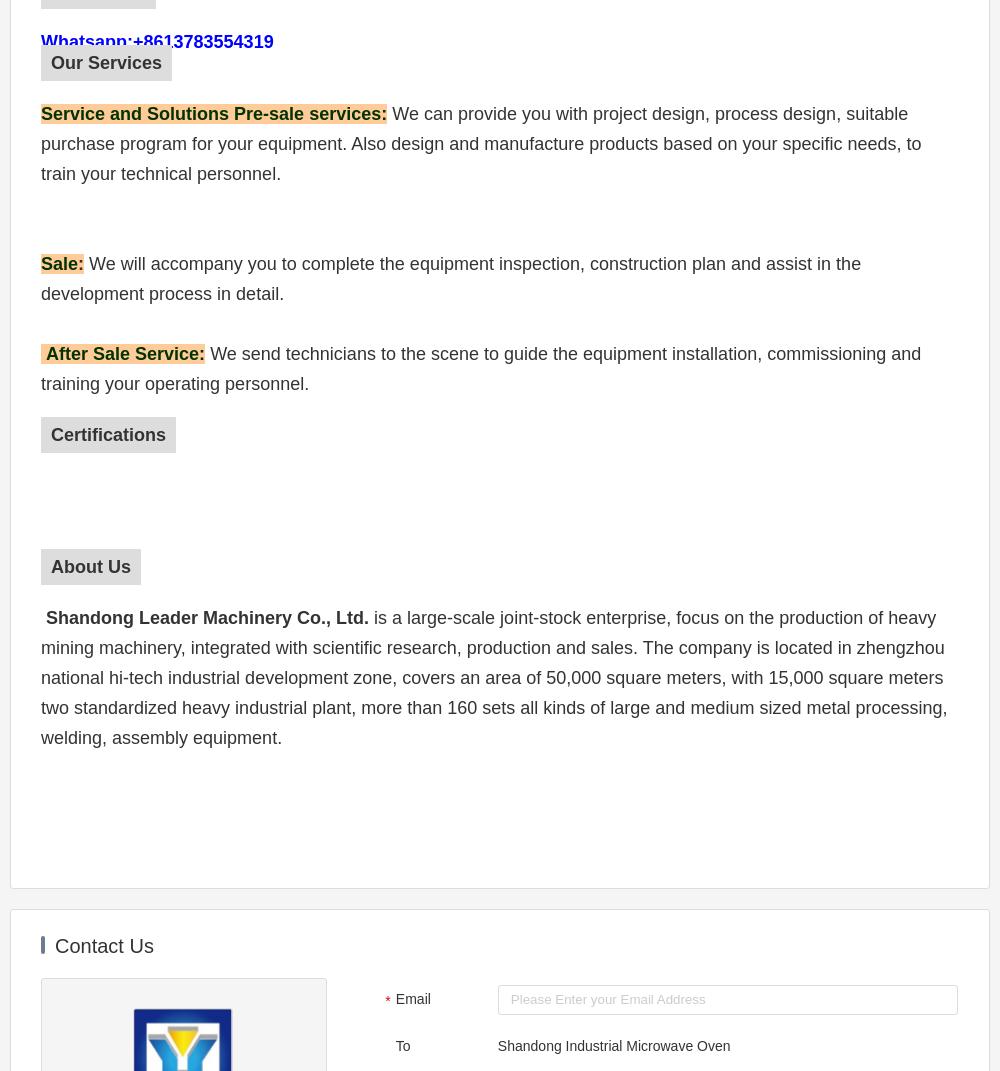 The image size is (1000, 1071). Describe the element at coordinates (41, 677) in the screenshot. I see `'is a large-scale joint-stock enterprise, focus on the production of heavy mining machinery, integrated with scientific research, production and sales. The company is located in zhengzhou national hi-tech industrial development zone, covers an area of 50,000 square meters, with 15,000 square meters two standardized heavy industrial plant, more than 160 sets all kinds of large and medium sized metal processing, welding, assembly equipment.'` at that location.